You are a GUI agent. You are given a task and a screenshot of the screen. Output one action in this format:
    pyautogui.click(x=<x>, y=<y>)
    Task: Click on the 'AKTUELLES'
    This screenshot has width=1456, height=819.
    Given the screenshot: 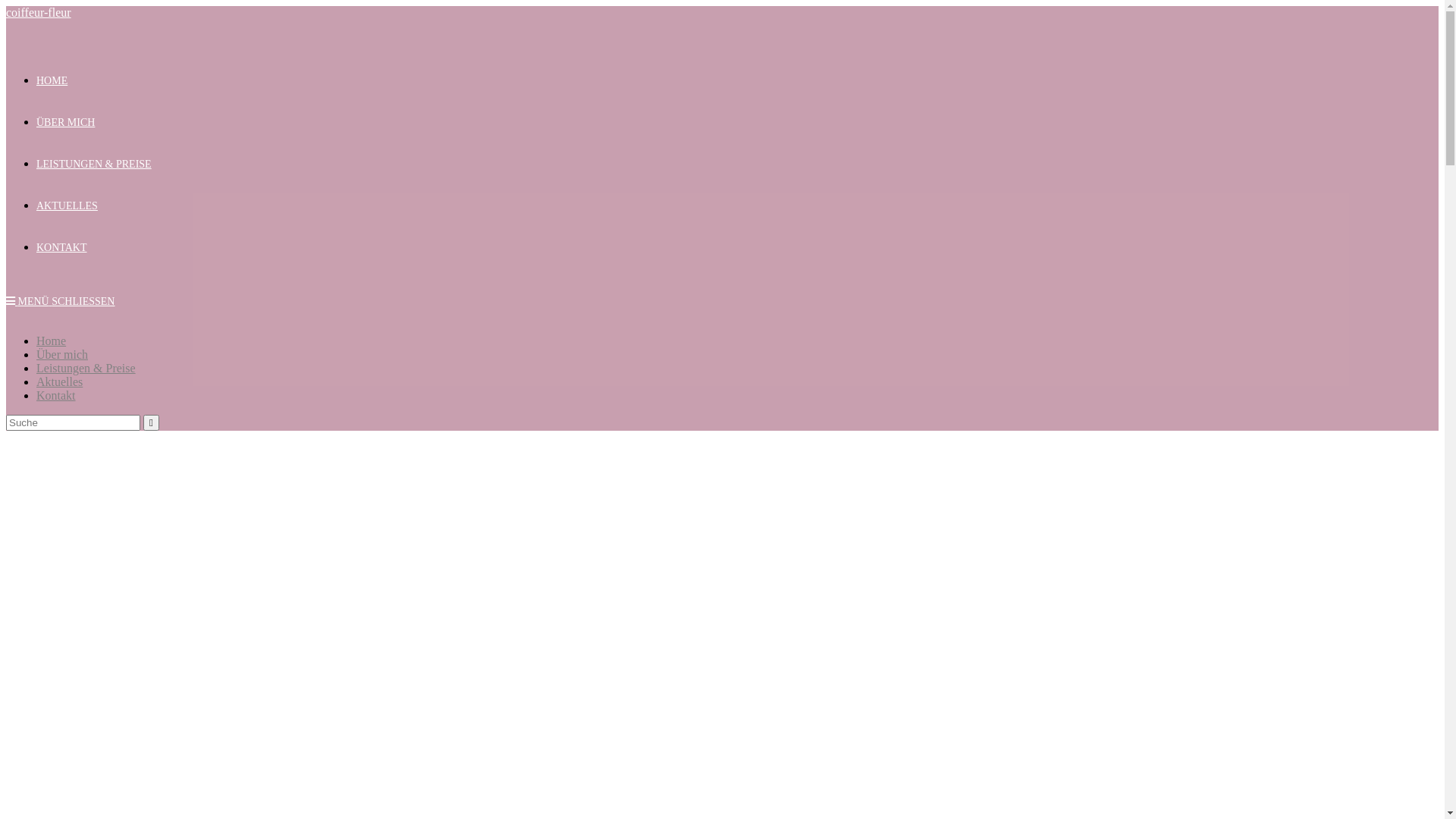 What is the action you would take?
    pyautogui.click(x=66, y=206)
    